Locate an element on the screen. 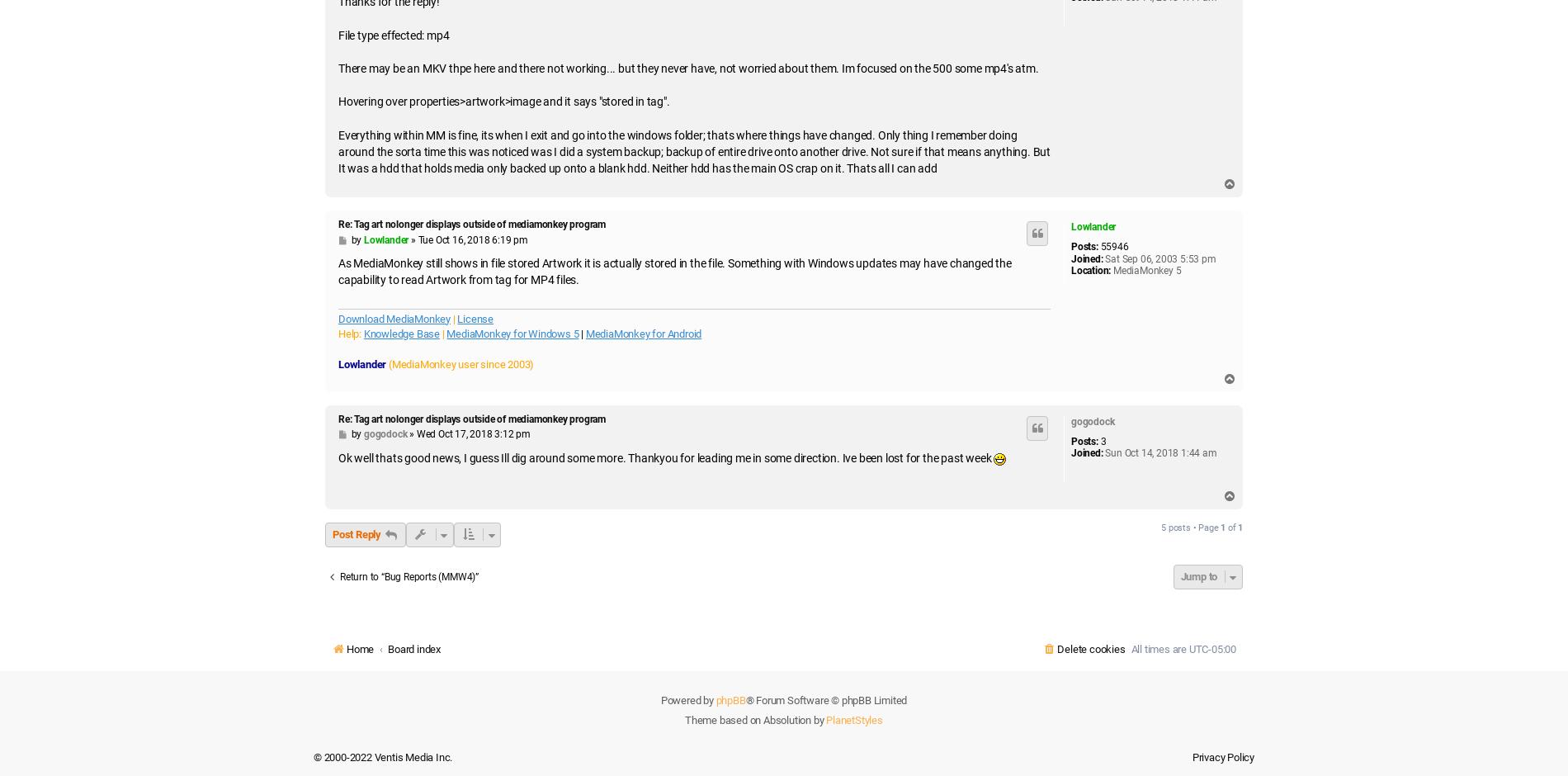 The height and width of the screenshot is (776, 1568). 'Hovering over properties>artwork>image and it says "stored in tag".' is located at coordinates (503, 101).